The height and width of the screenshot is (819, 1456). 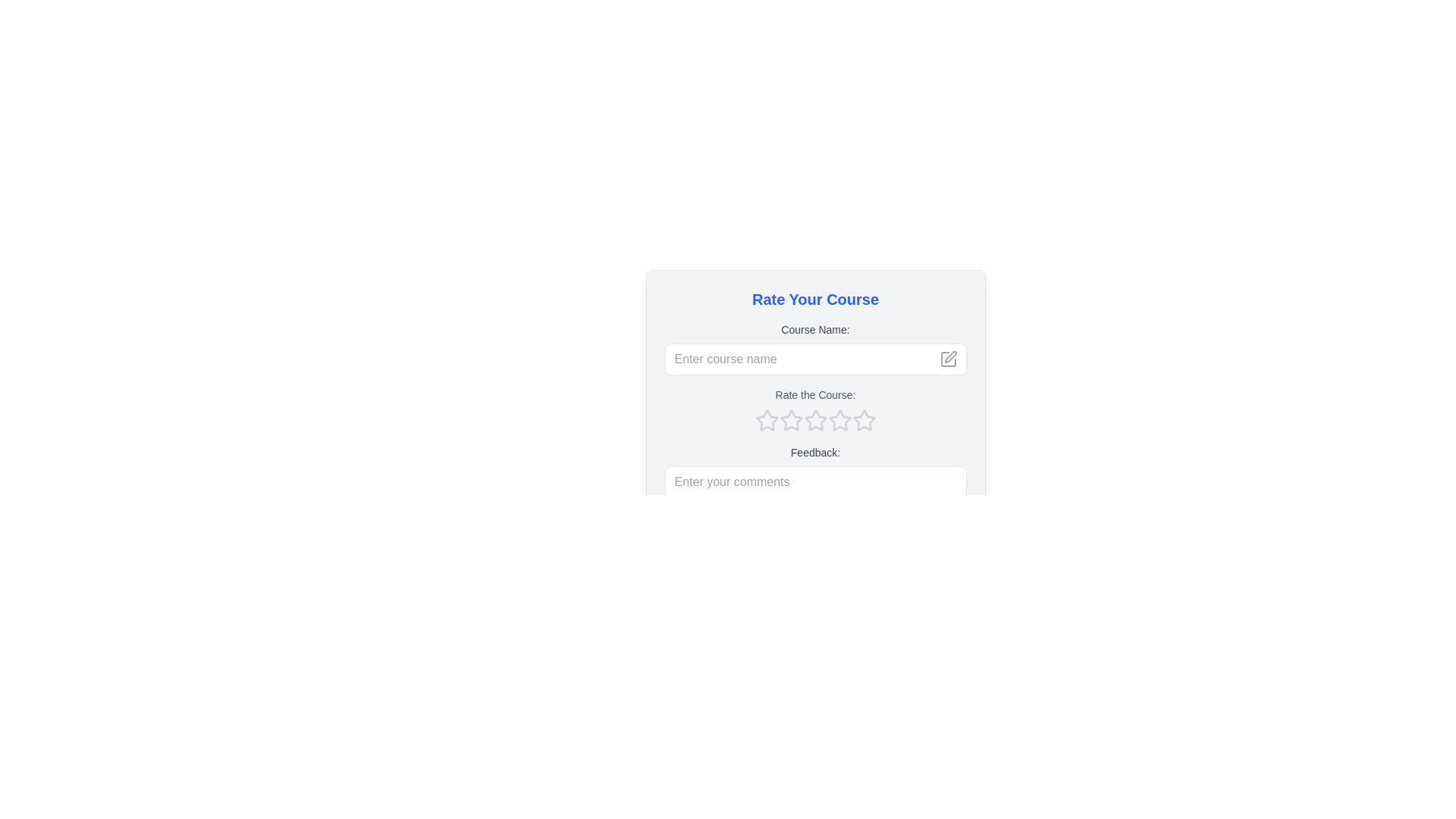 I want to click on the first star icon in the rating section, so click(x=790, y=420).